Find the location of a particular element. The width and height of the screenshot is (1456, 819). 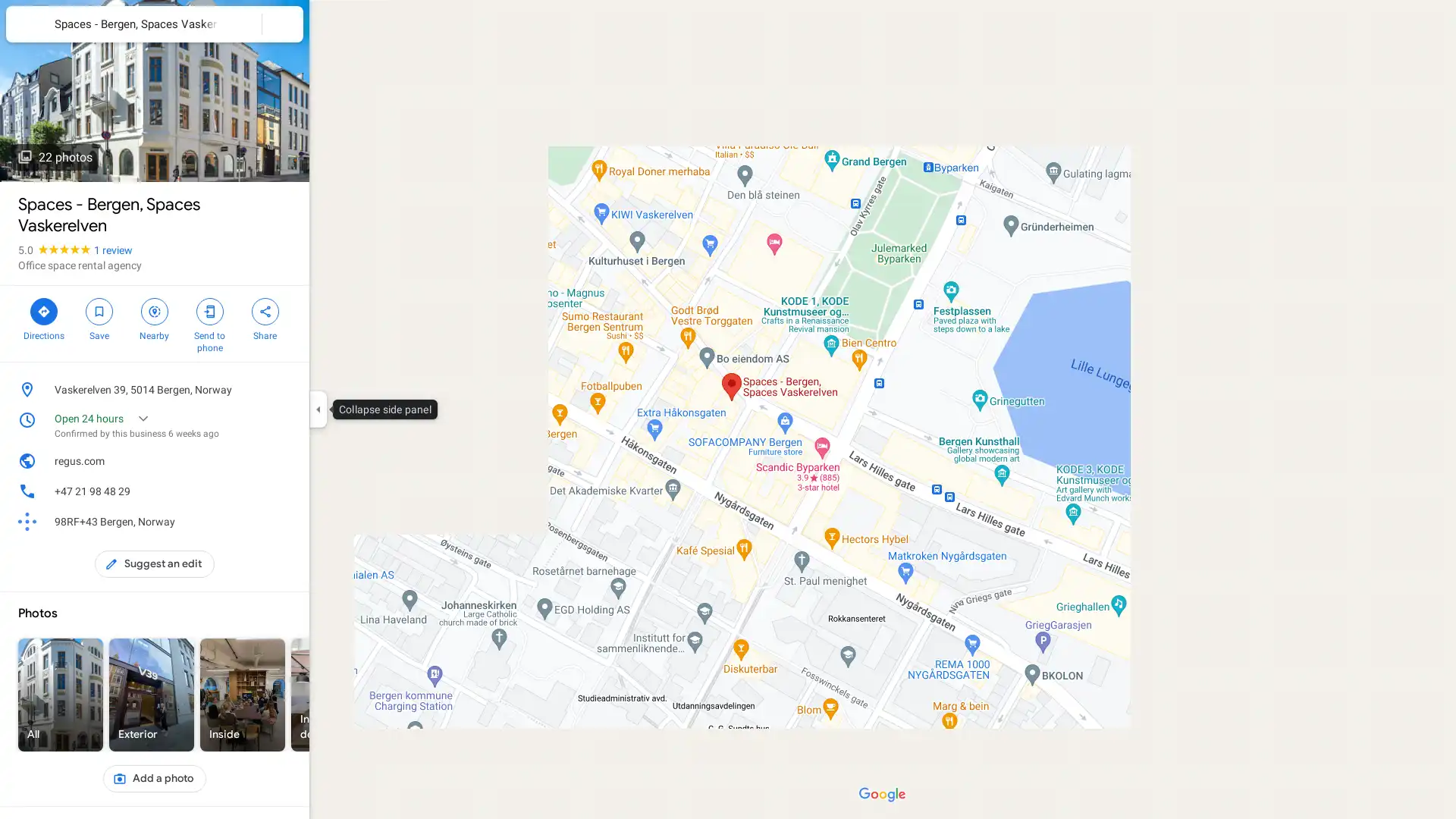

Directions to Spaces - Bergen, Spaces Vaskerelven is located at coordinates (43, 317).